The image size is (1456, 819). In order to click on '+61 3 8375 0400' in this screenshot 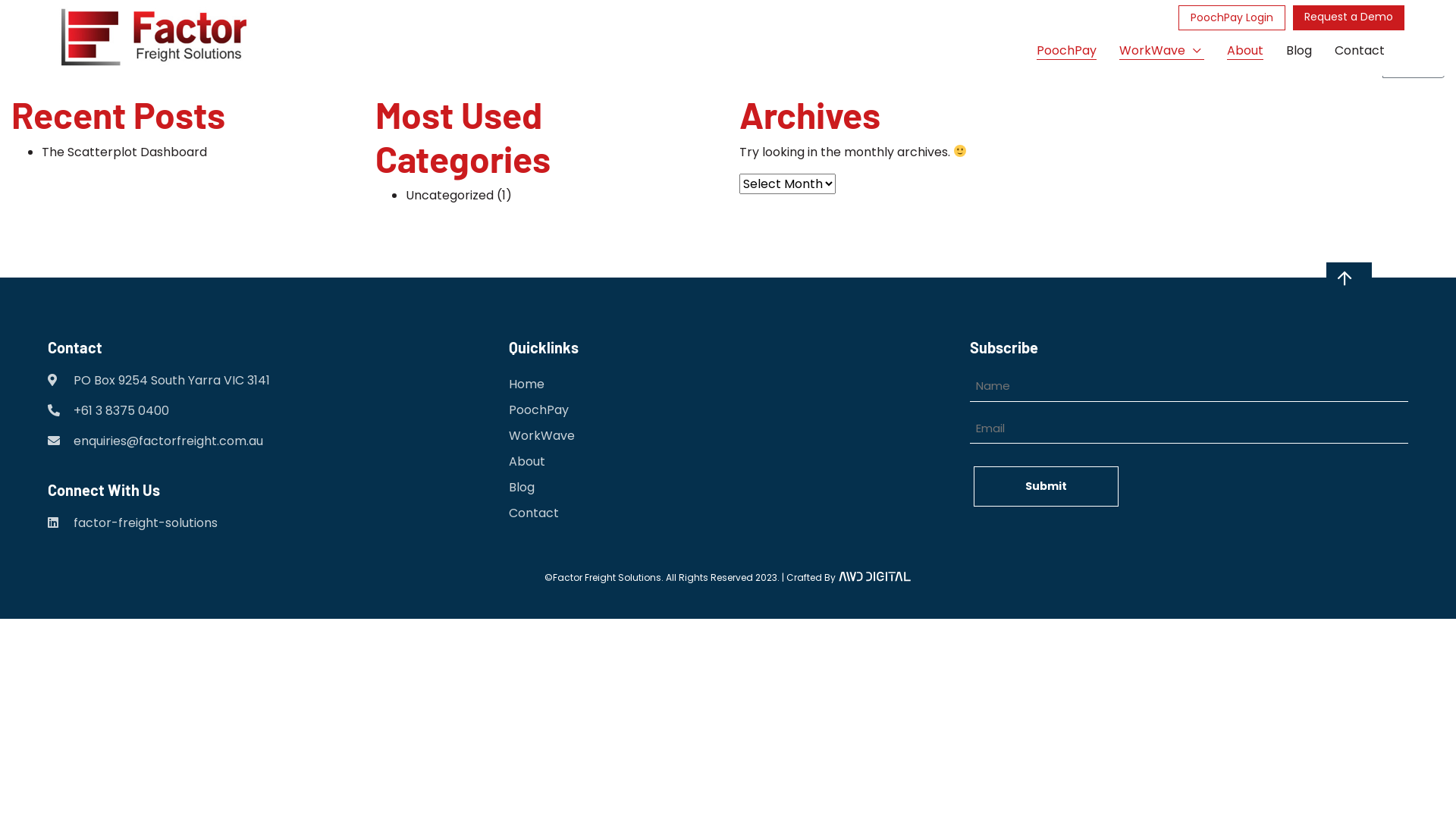, I will do `click(120, 411)`.